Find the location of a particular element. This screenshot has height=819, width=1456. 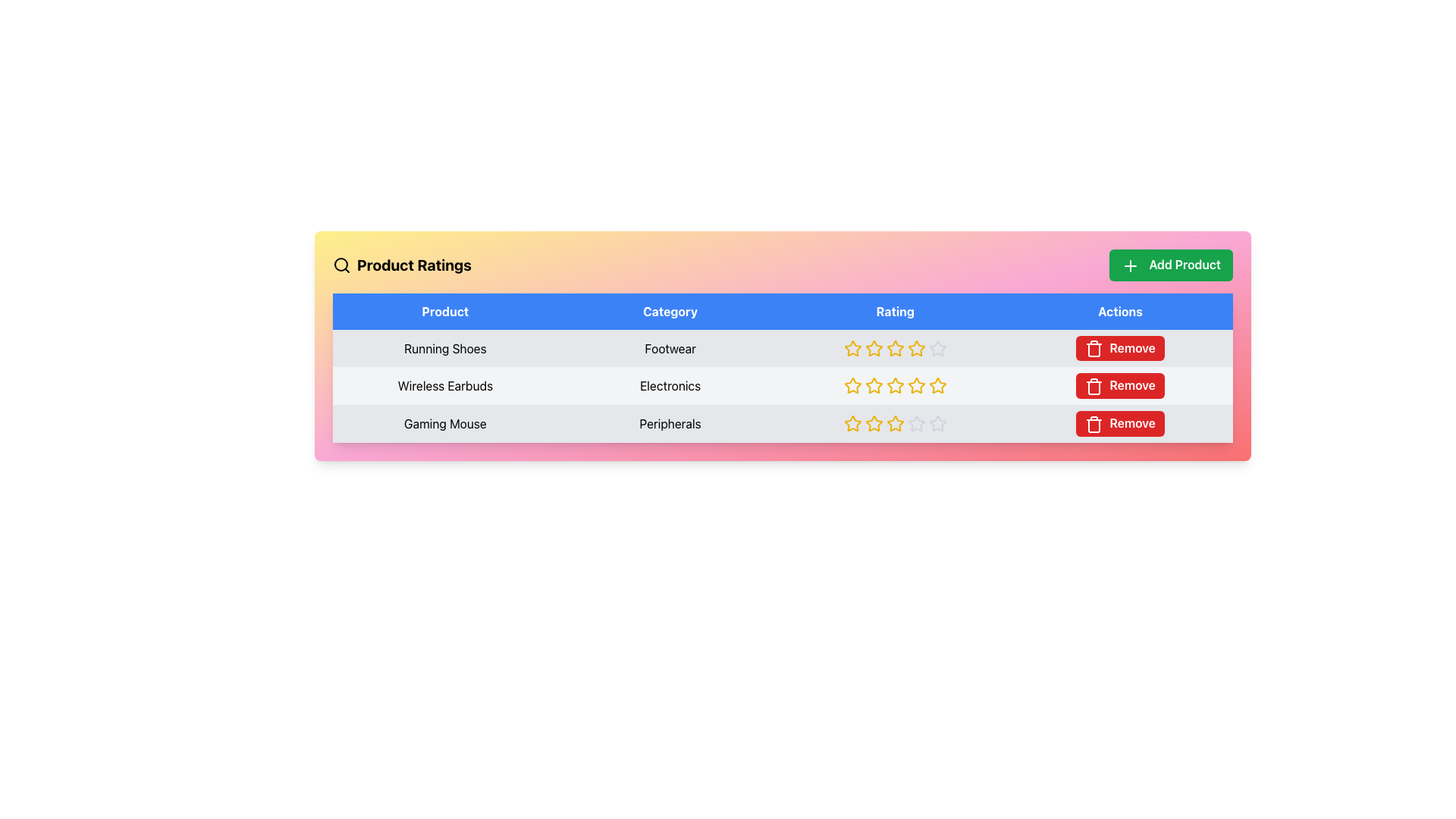

the fifth star icon in the 'Rating' column for 'Wireless Earbuds' to indicate a rating level is located at coordinates (915, 385).